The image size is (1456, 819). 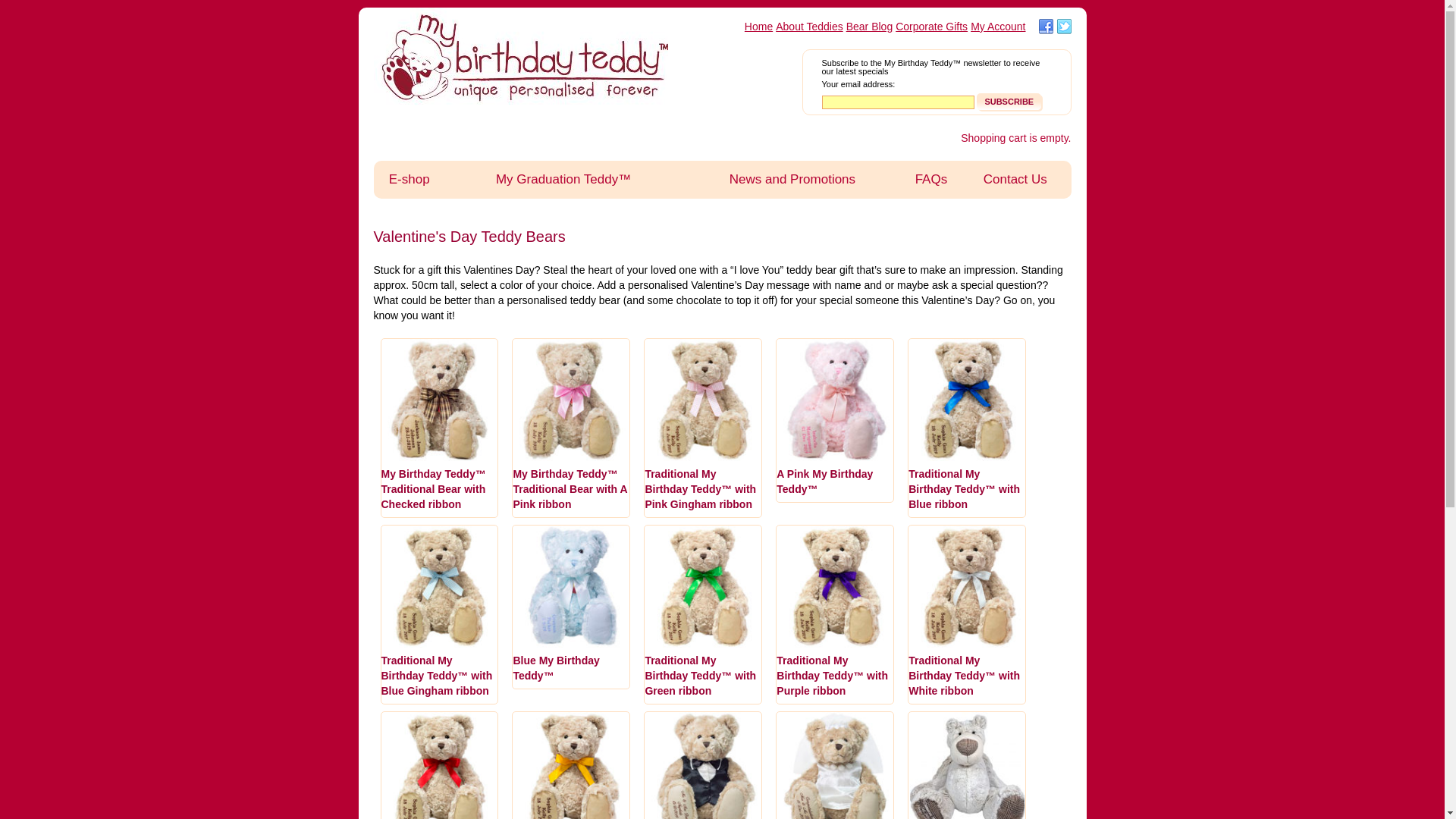 I want to click on 'E-shop', so click(x=408, y=178).